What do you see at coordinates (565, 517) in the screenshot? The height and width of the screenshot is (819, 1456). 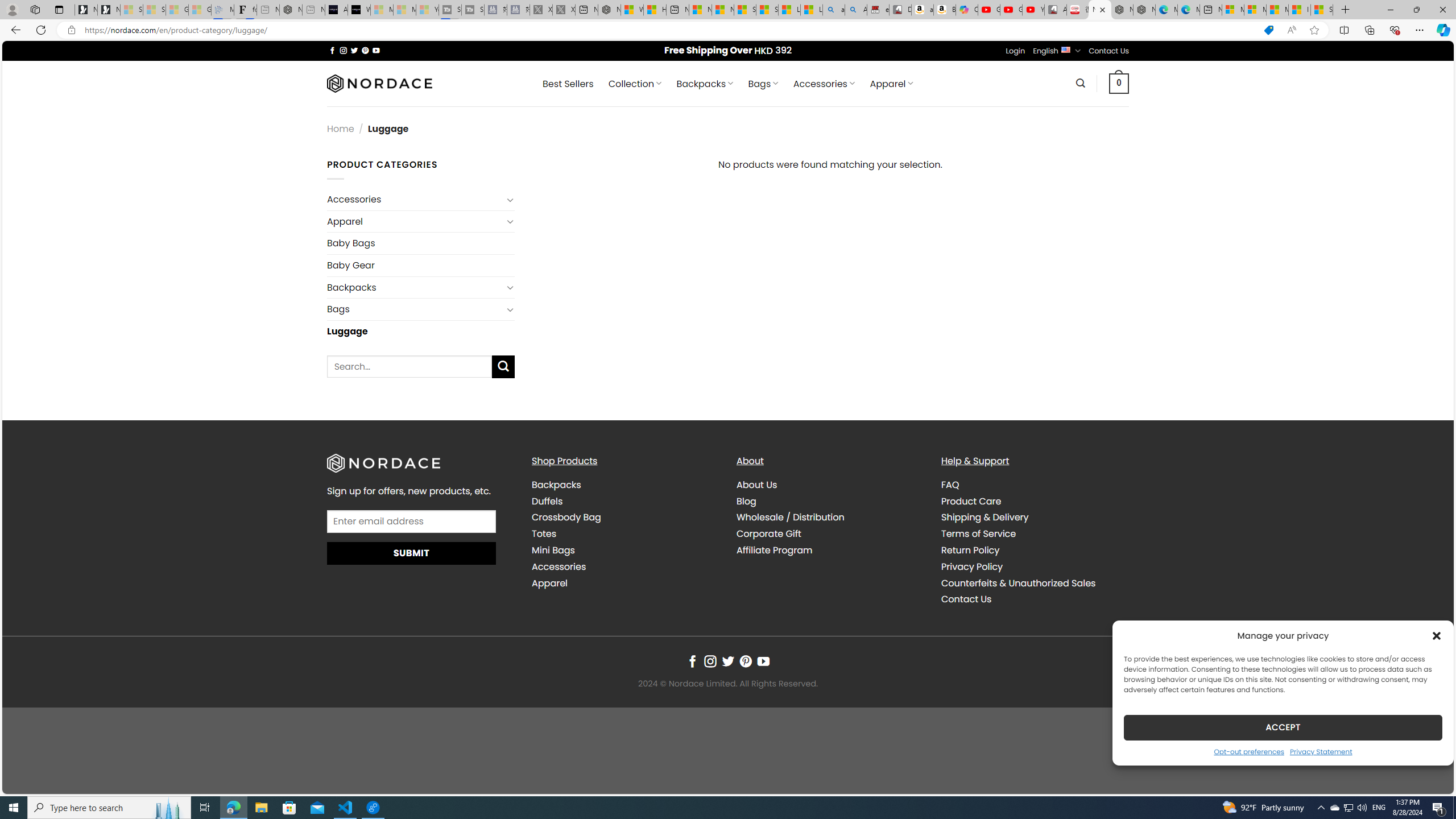 I see `'Crossbody Bag'` at bounding box center [565, 517].